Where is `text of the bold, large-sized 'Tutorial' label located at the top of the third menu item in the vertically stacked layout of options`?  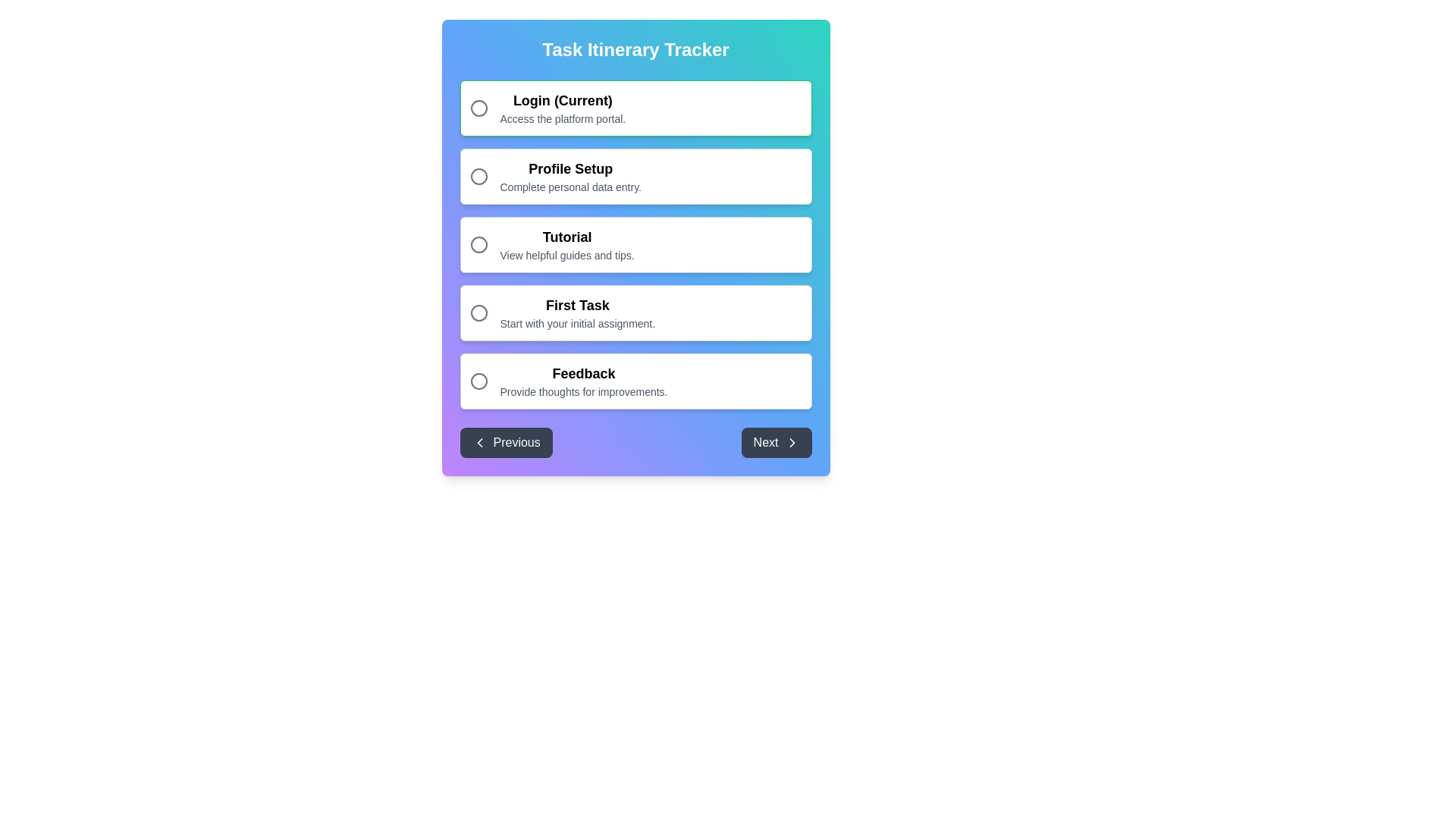 text of the bold, large-sized 'Tutorial' label located at the top of the third menu item in the vertically stacked layout of options is located at coordinates (566, 237).